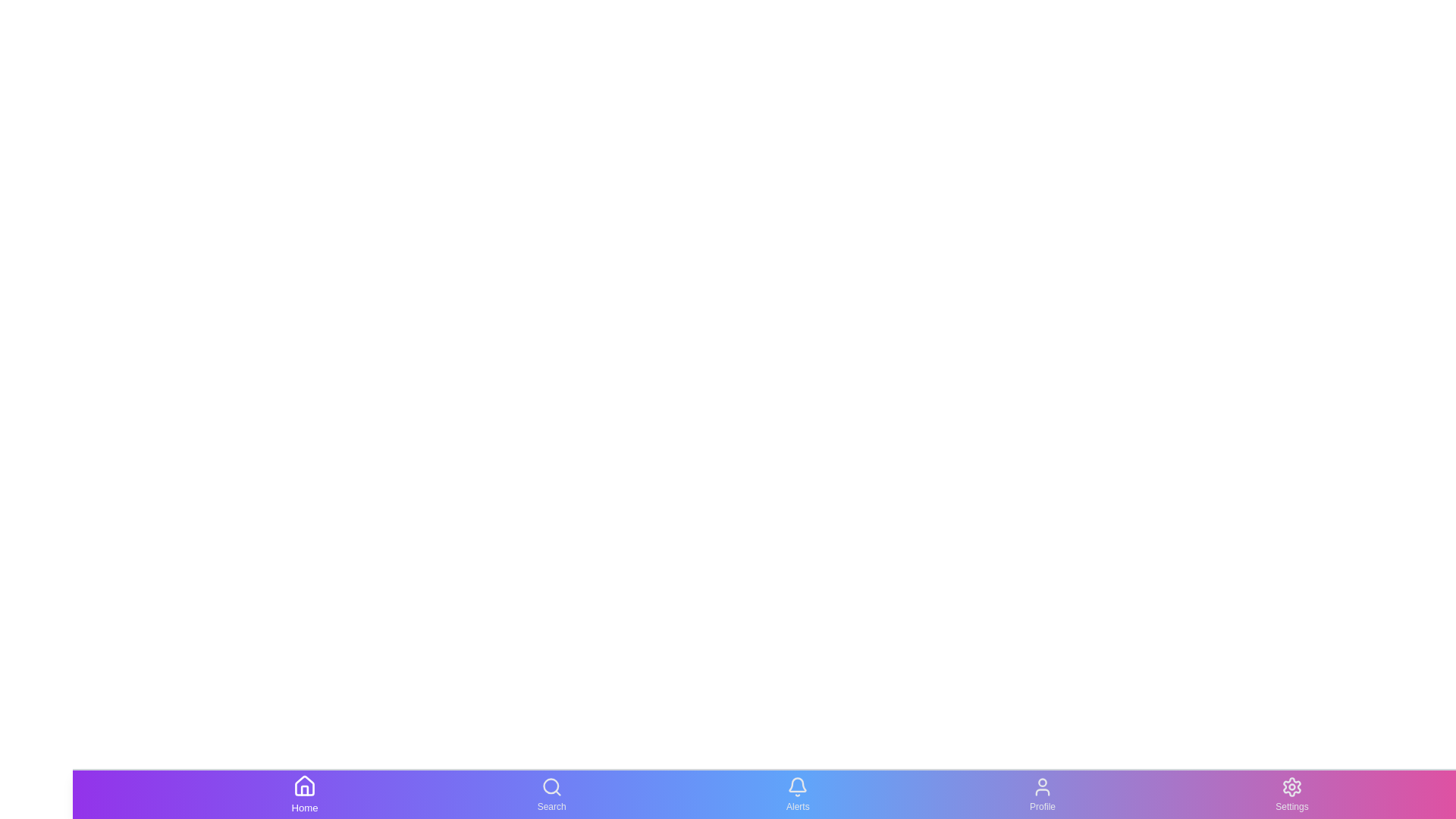 The width and height of the screenshot is (1456, 819). What do you see at coordinates (1040, 794) in the screenshot?
I see `the Profile icon to preview its hover effect` at bounding box center [1040, 794].